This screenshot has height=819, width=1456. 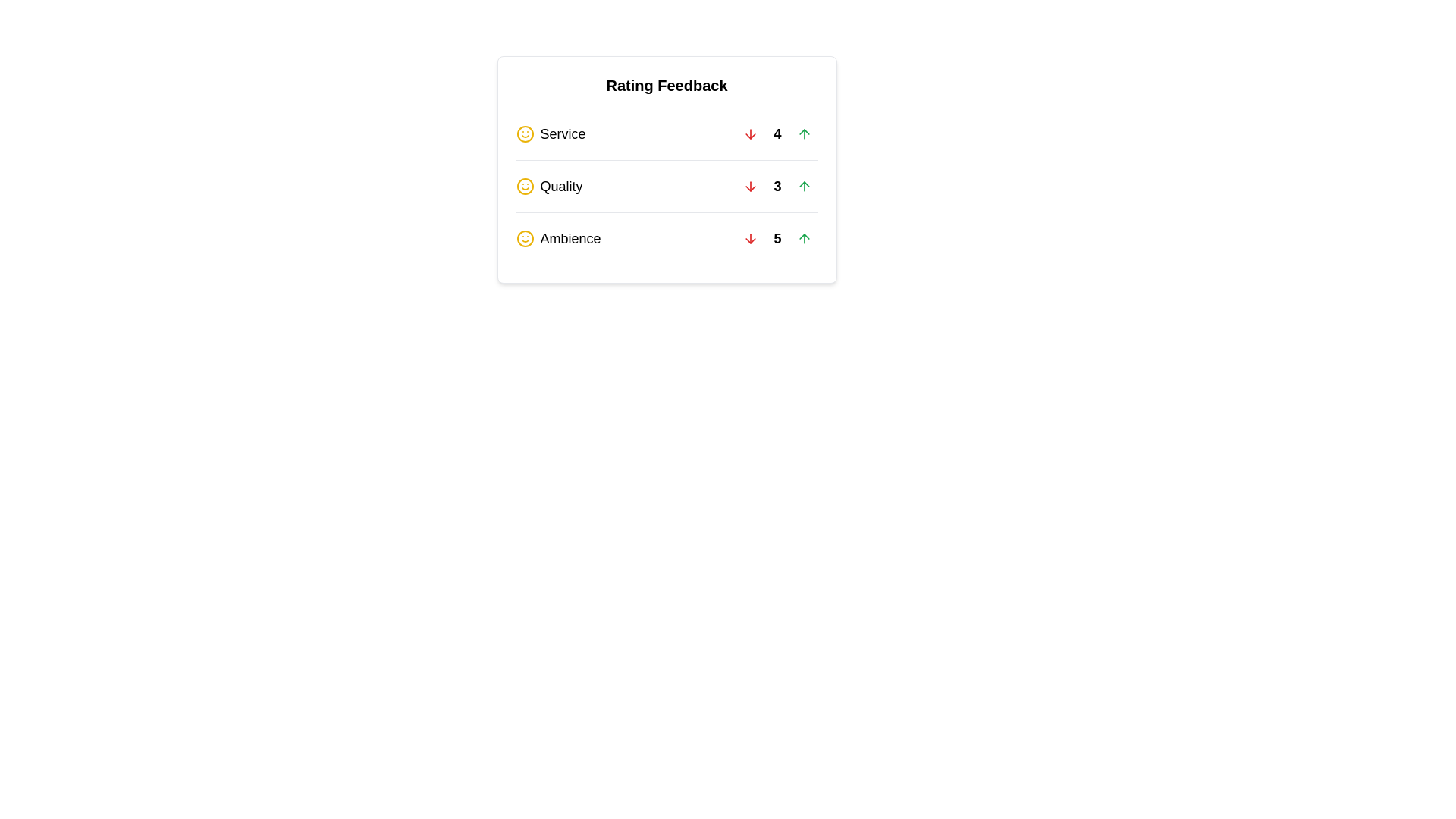 I want to click on the numeric value displayed in the 'Quality' row of the table, which is centered between the red downward arrow icon and the green upward arrow icon, so click(x=777, y=186).